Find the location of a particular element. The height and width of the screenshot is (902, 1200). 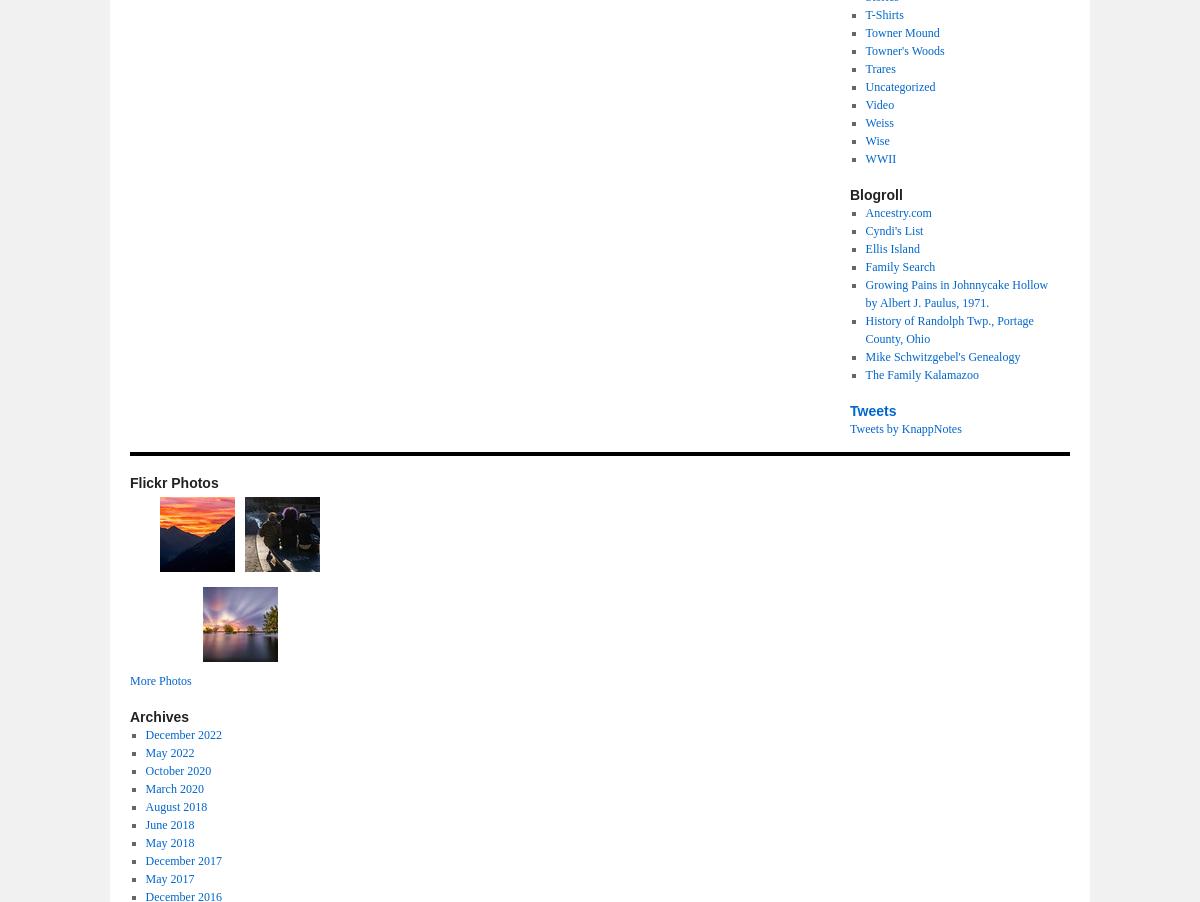

'Mike Schwitzgebel's Genealogy' is located at coordinates (942, 356).